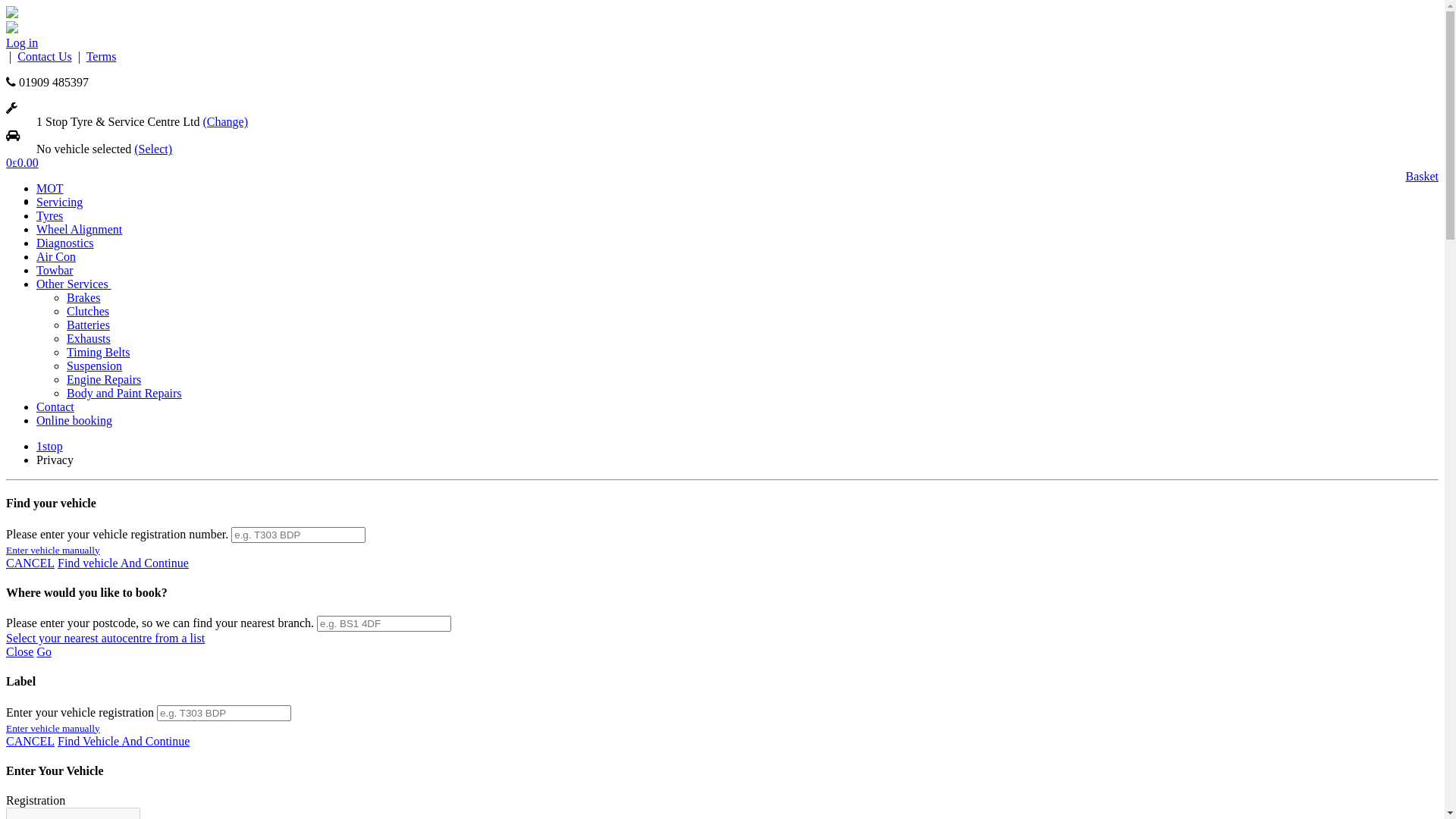 The width and height of the screenshot is (1456, 819). Describe the element at coordinates (124, 741) in the screenshot. I see `'Find Vehicle And Continue'` at that location.